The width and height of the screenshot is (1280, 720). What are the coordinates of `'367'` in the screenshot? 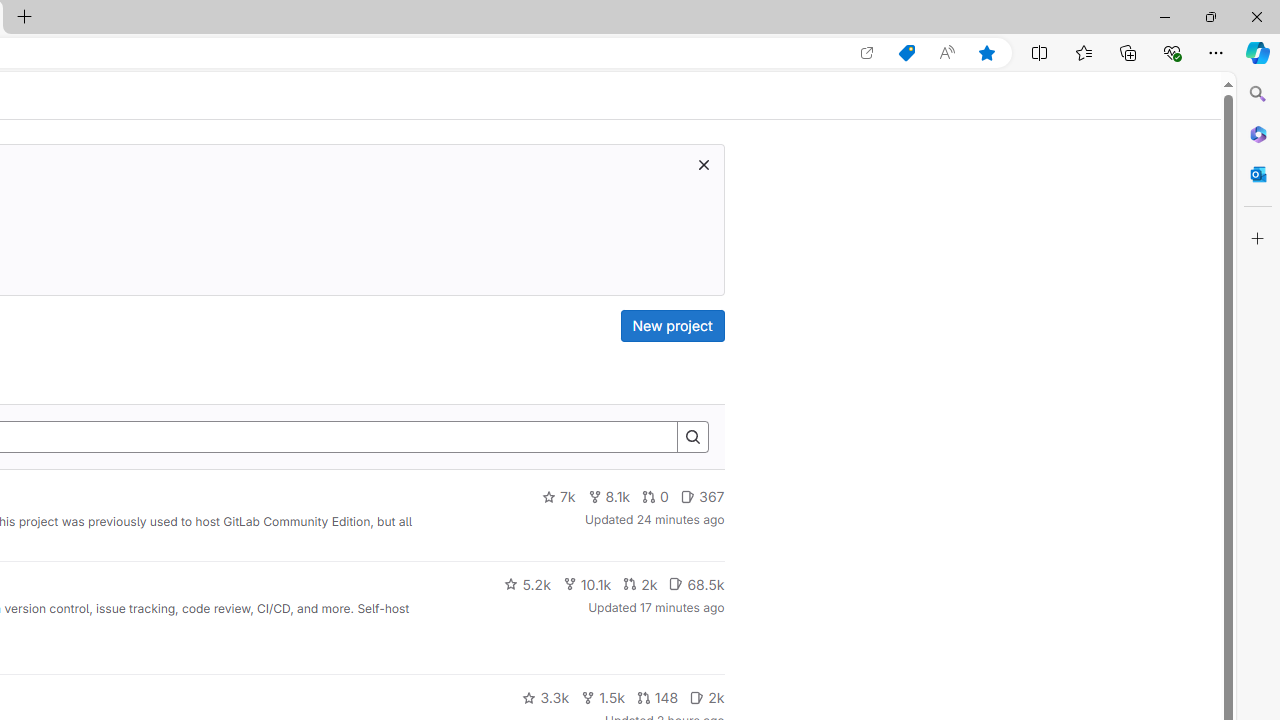 It's located at (702, 496).